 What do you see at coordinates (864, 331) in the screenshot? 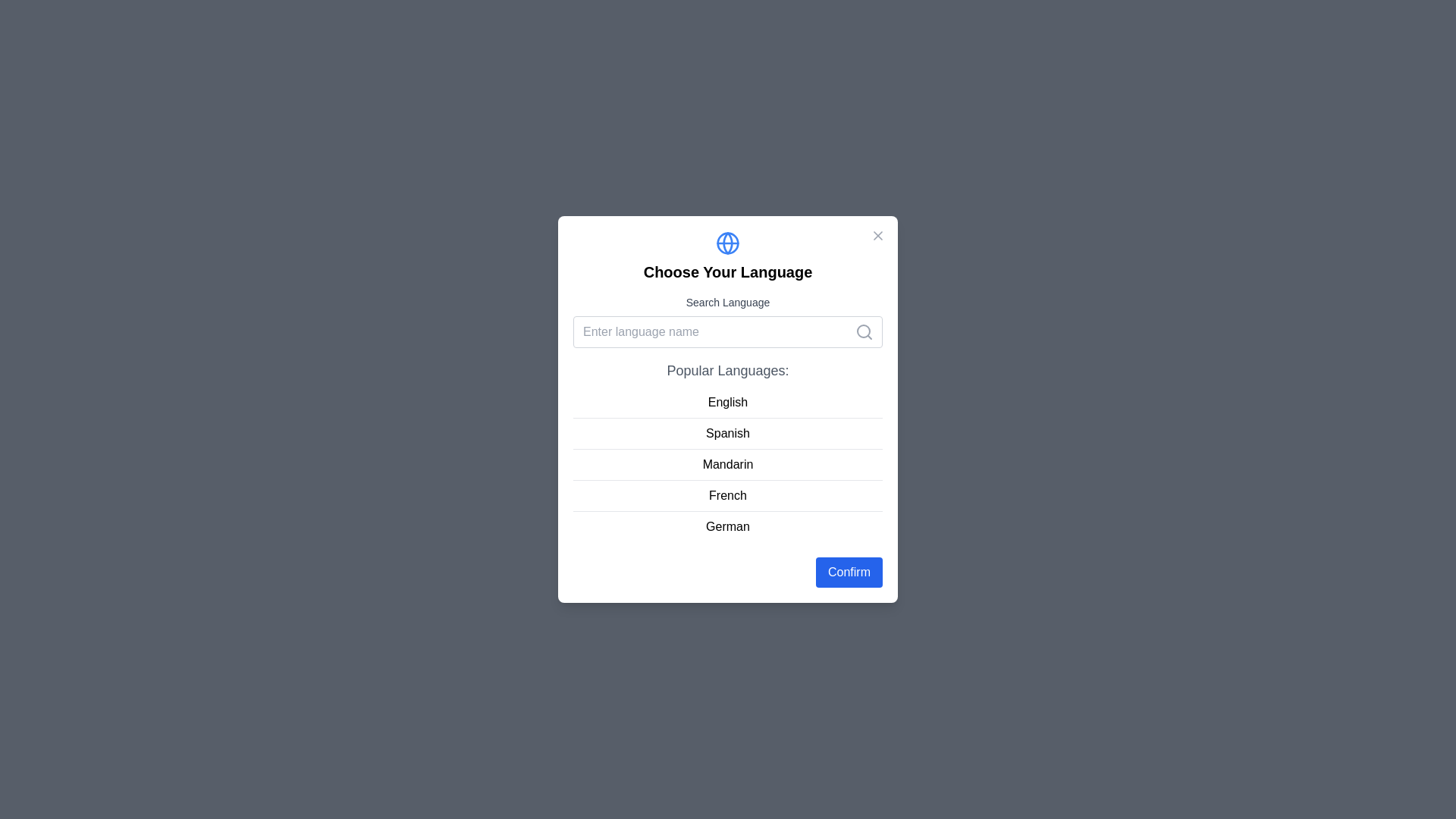
I see `the search icon to trigger the search function` at bounding box center [864, 331].